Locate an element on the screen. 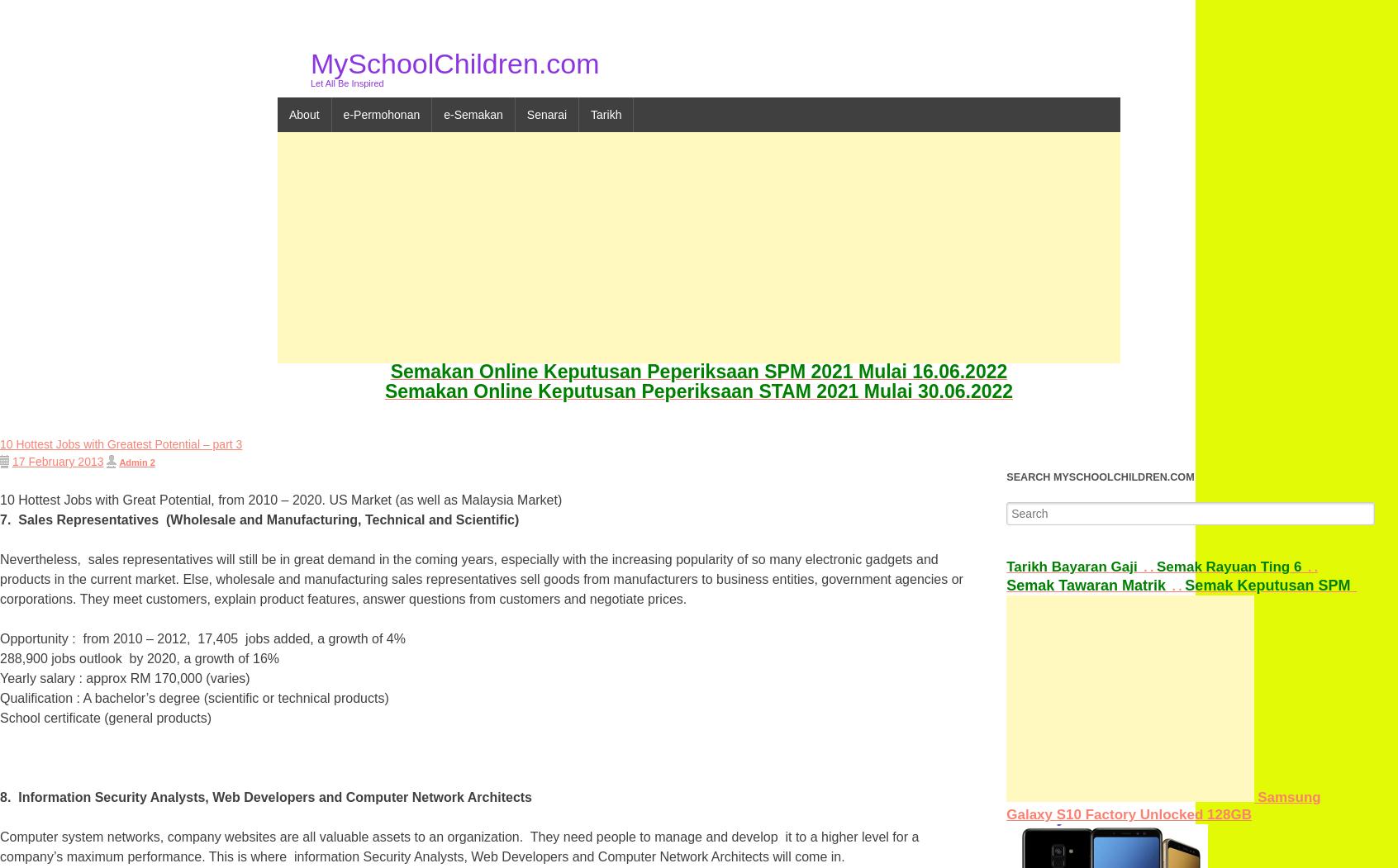 The image size is (1398, 868). 'Tarikh Bayaran Gaji' is located at coordinates (1070, 566).